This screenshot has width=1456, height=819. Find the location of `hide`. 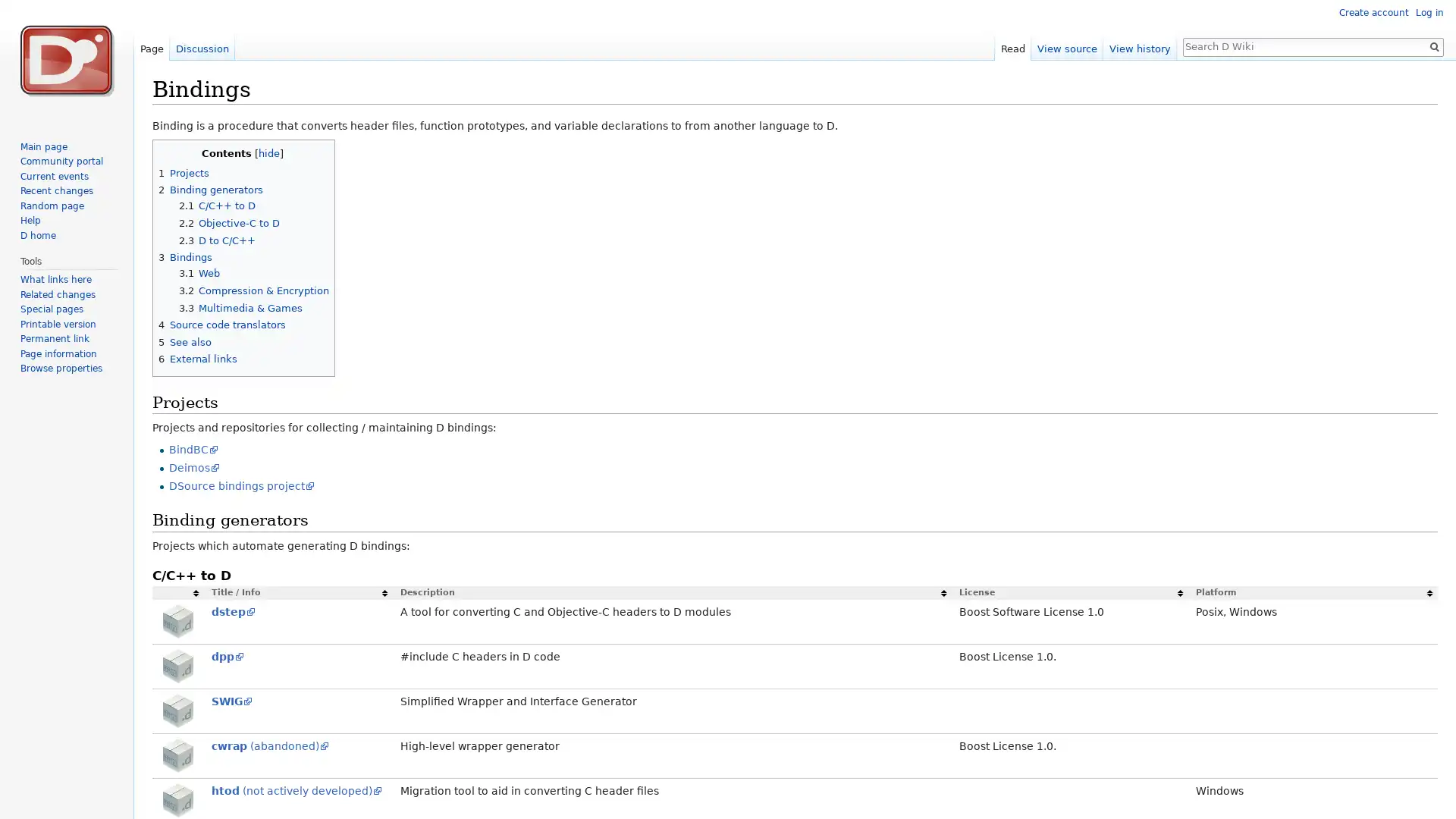

hide is located at coordinates (268, 153).